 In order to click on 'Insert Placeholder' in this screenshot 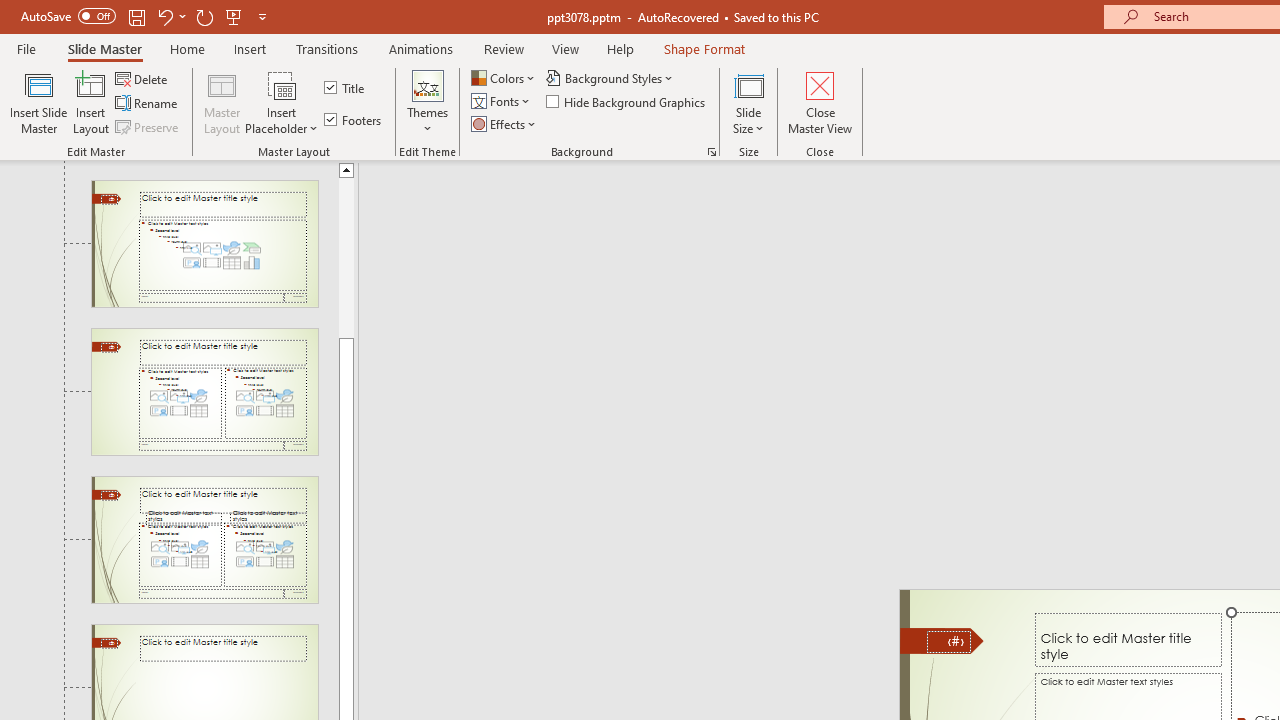, I will do `click(281, 103)`.